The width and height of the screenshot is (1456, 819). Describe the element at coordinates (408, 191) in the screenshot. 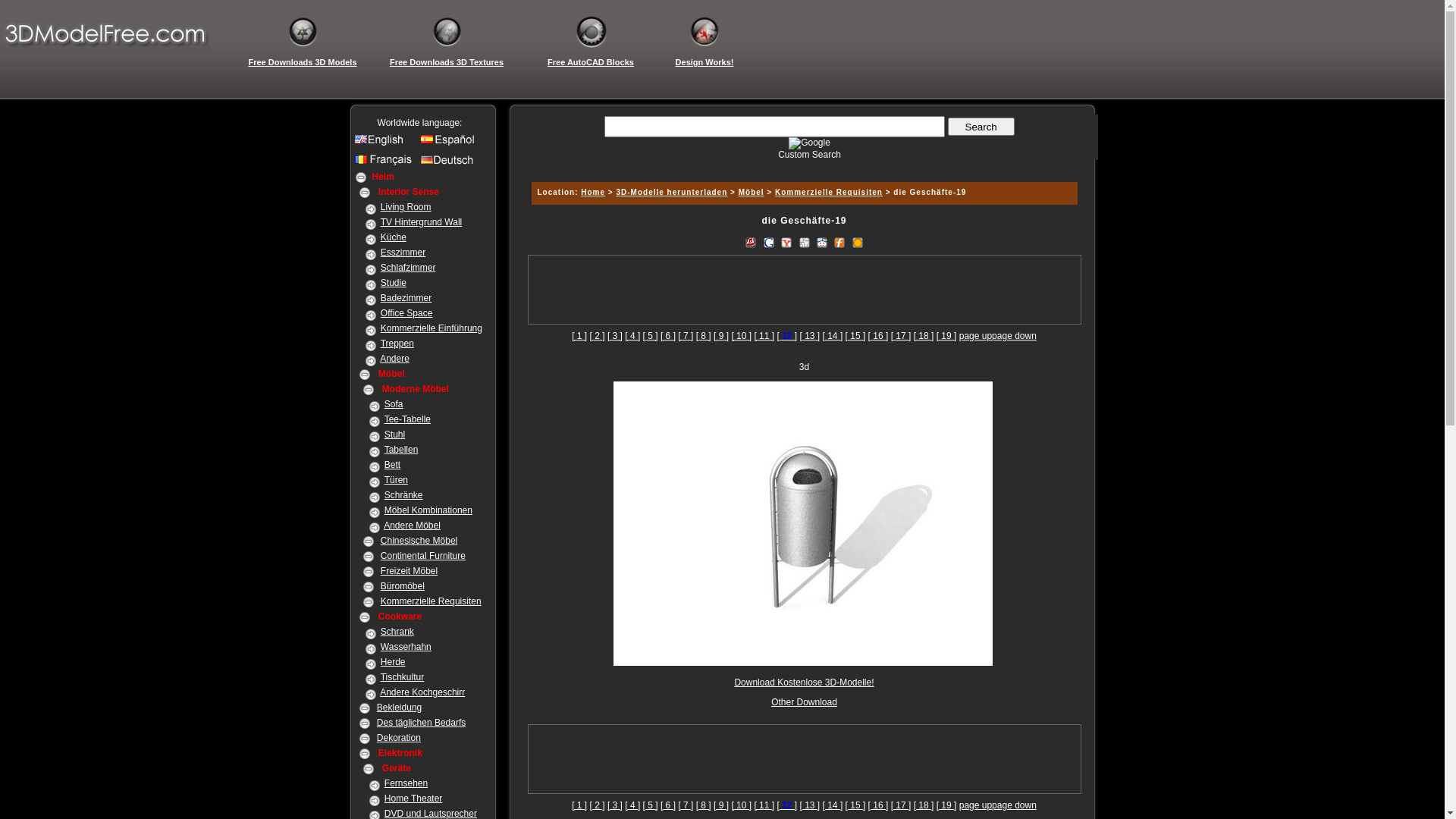

I see `'Interior Sense'` at that location.